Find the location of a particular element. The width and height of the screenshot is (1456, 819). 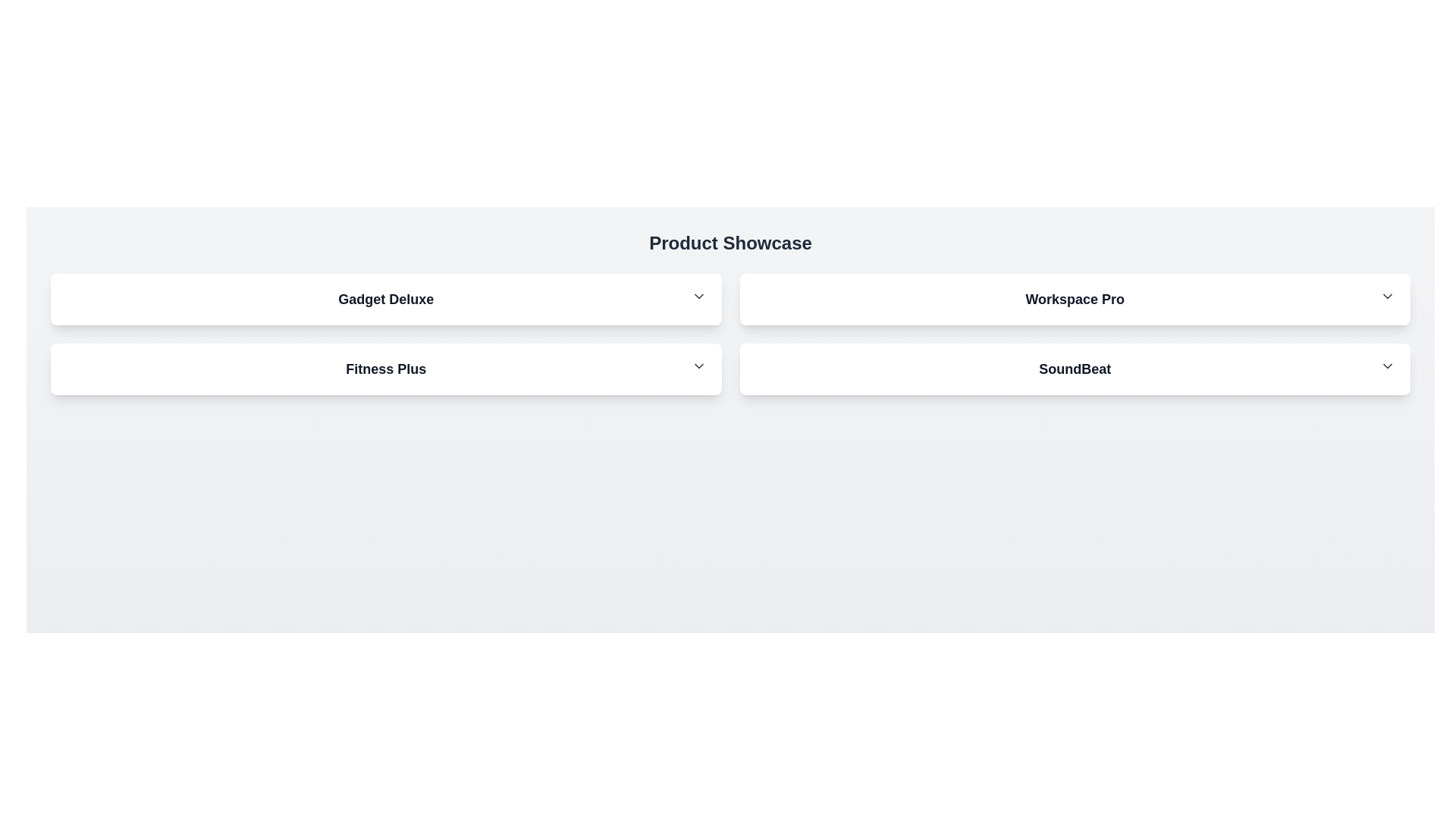

the Chevron Down icon located in the bottom-left rectangular card labeled 'Fitness Plus' to provide visual feedback is located at coordinates (698, 366).